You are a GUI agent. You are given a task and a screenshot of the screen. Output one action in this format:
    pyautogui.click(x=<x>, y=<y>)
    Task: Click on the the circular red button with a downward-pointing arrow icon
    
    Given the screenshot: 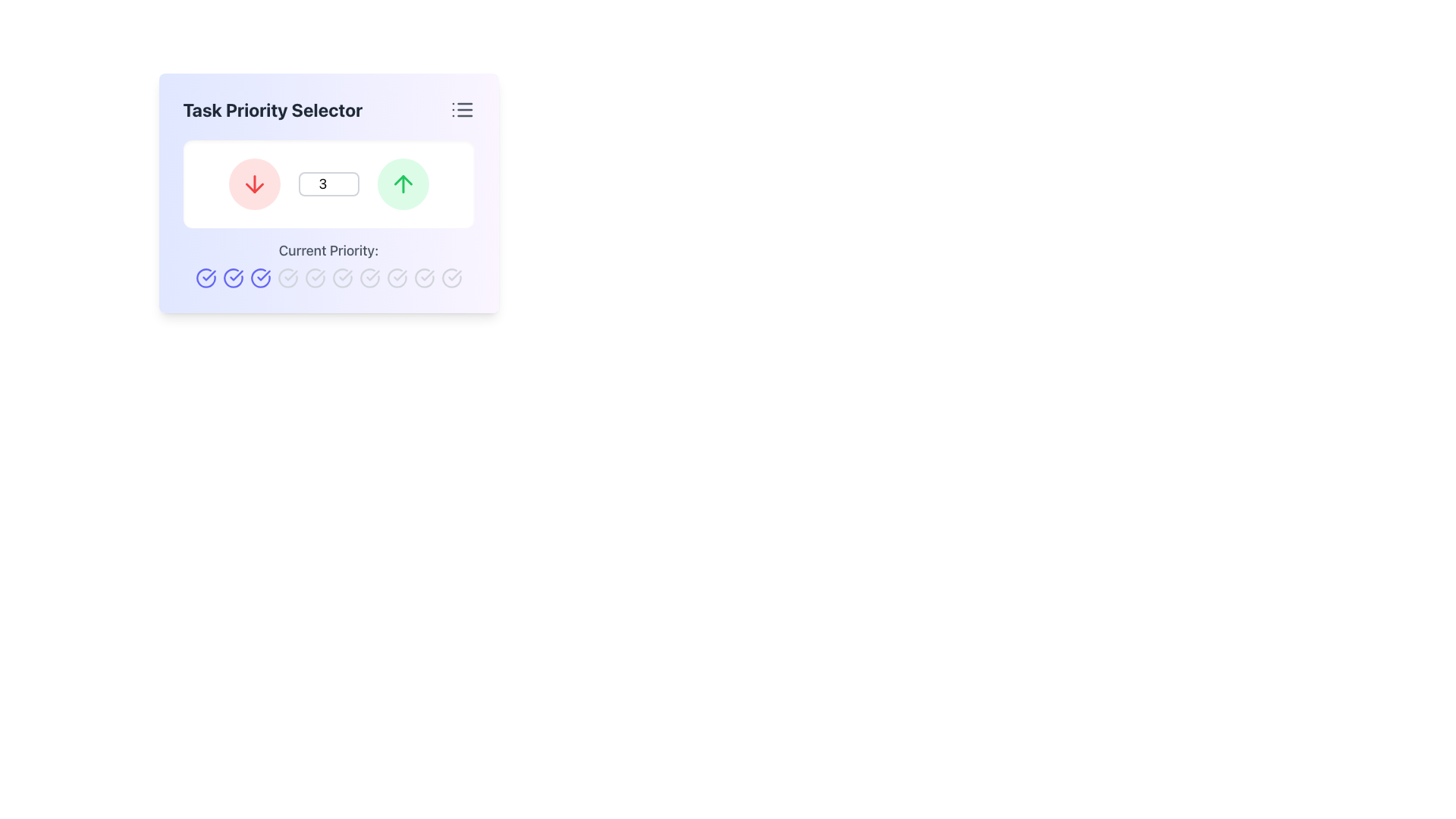 What is the action you would take?
    pyautogui.click(x=254, y=184)
    